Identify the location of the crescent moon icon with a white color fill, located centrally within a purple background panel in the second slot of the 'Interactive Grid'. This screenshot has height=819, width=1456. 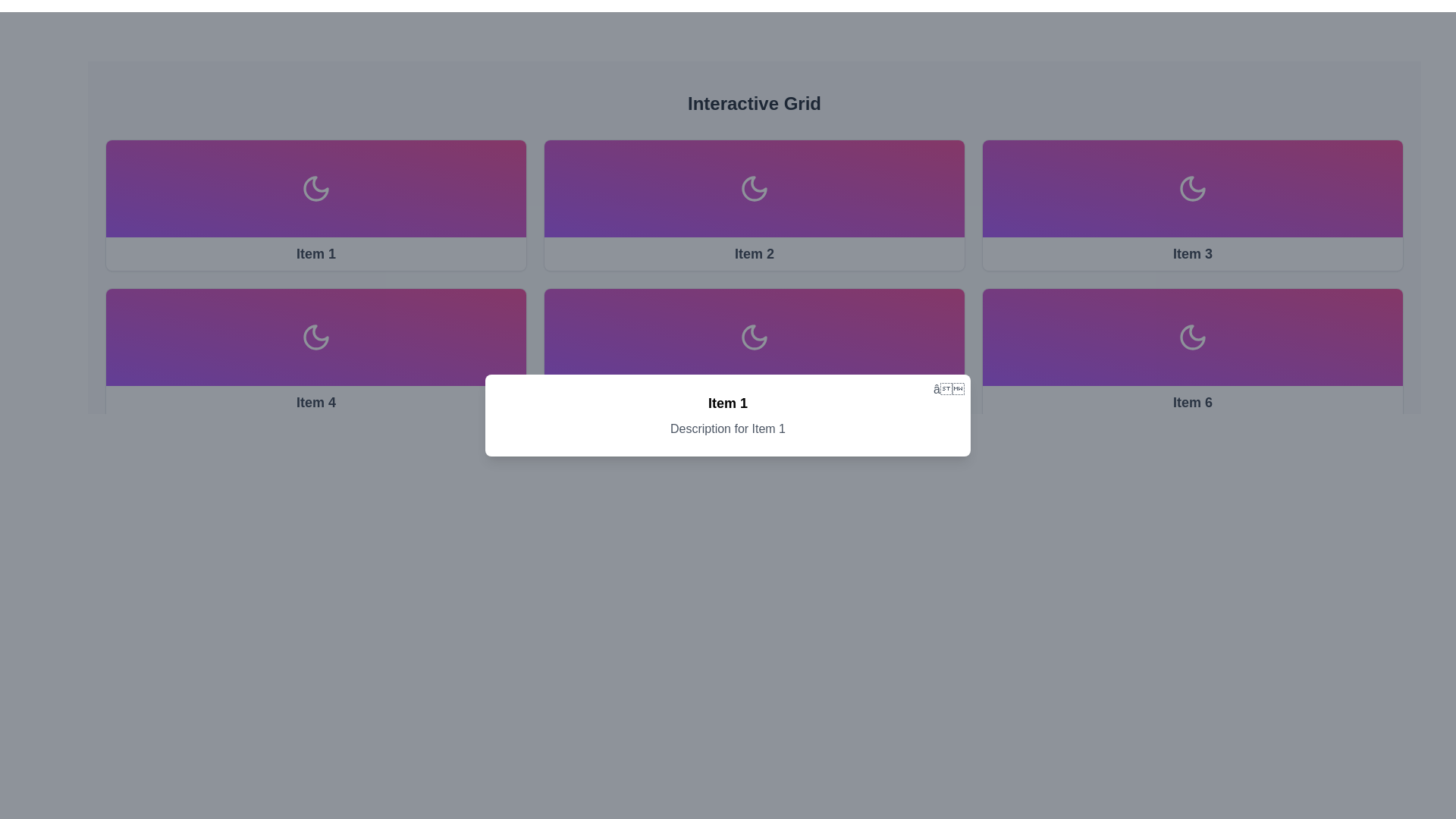
(754, 188).